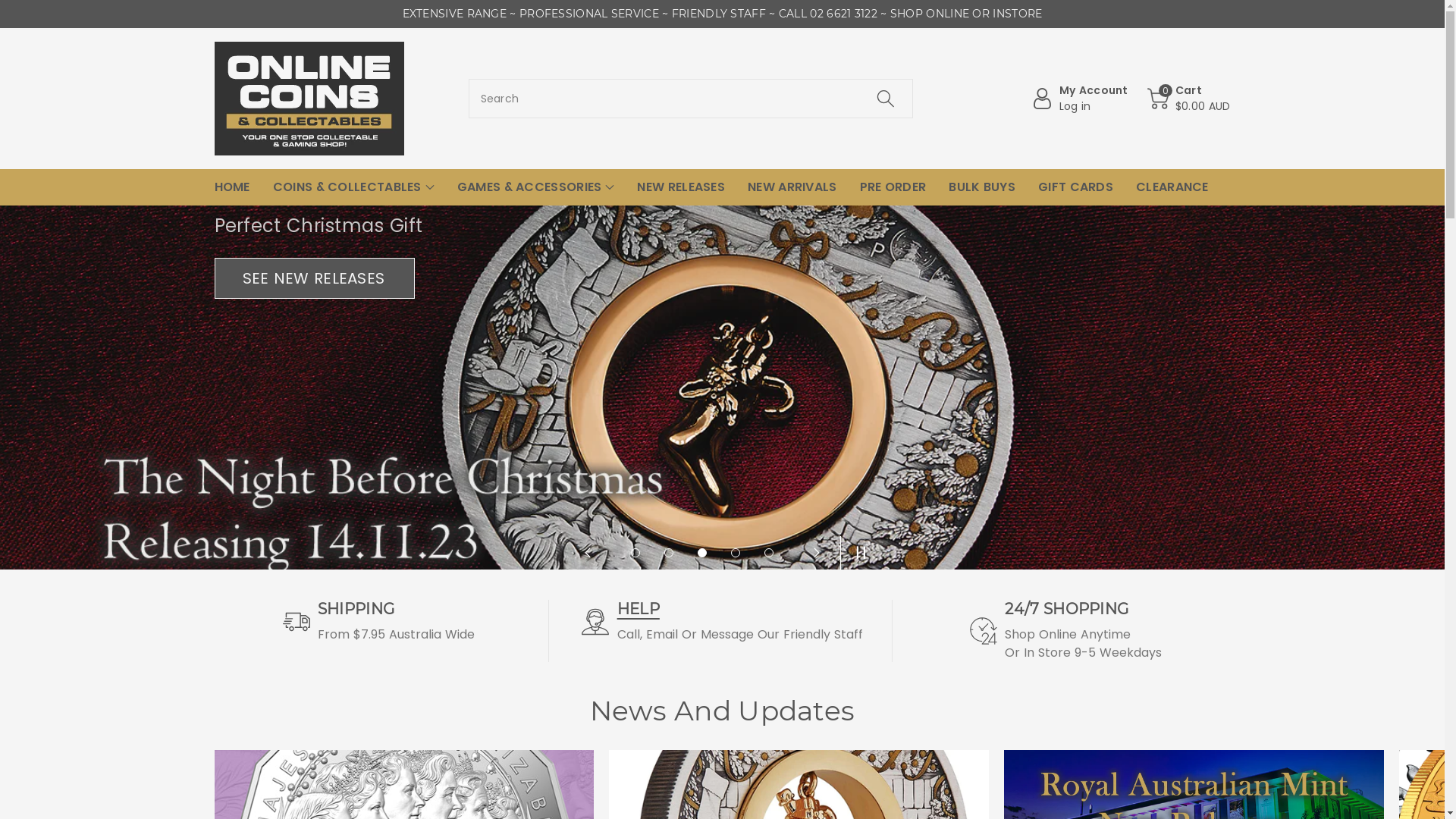 Image resolution: width=1456 pixels, height=819 pixels. Describe the element at coordinates (792, 186) in the screenshot. I see `'NEW ARRIVALS'` at that location.